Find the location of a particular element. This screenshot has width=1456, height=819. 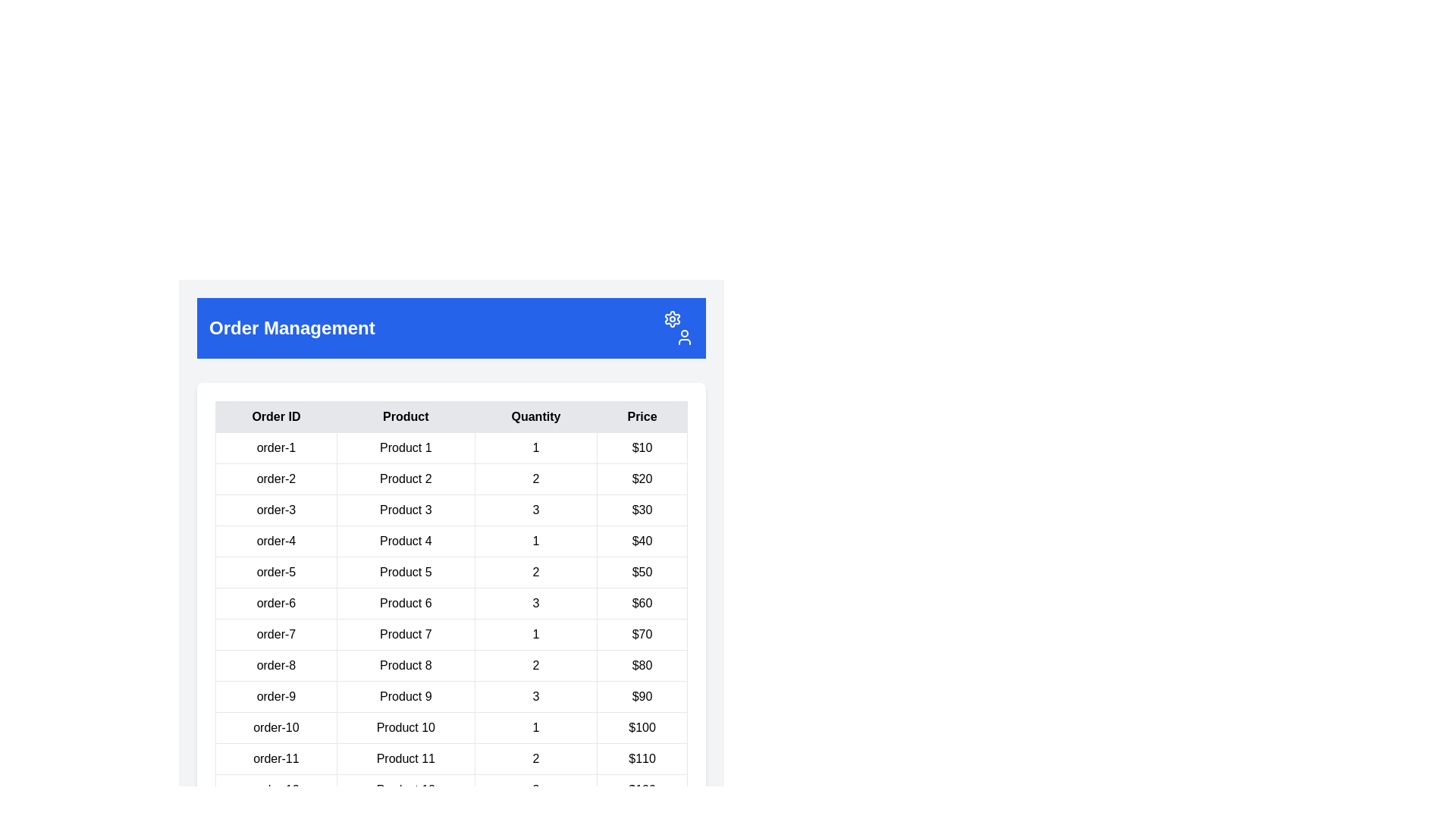

the text element displaying 'Product 12', which is styled as a bordered rectangle in the 'Order Management' section under the 'Product' column is located at coordinates (406, 789).